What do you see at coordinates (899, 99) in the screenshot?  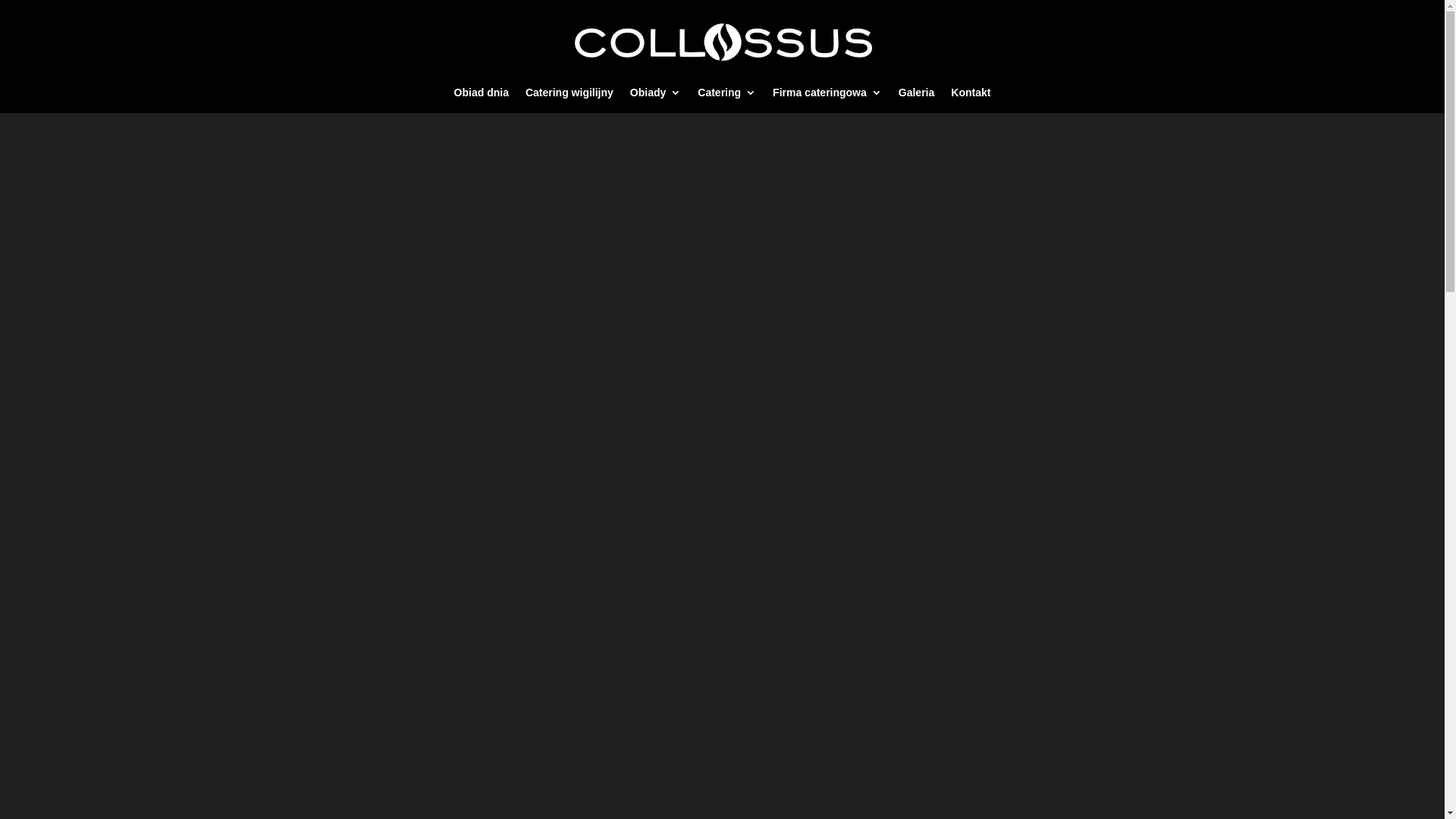 I see `'Galeria'` at bounding box center [899, 99].